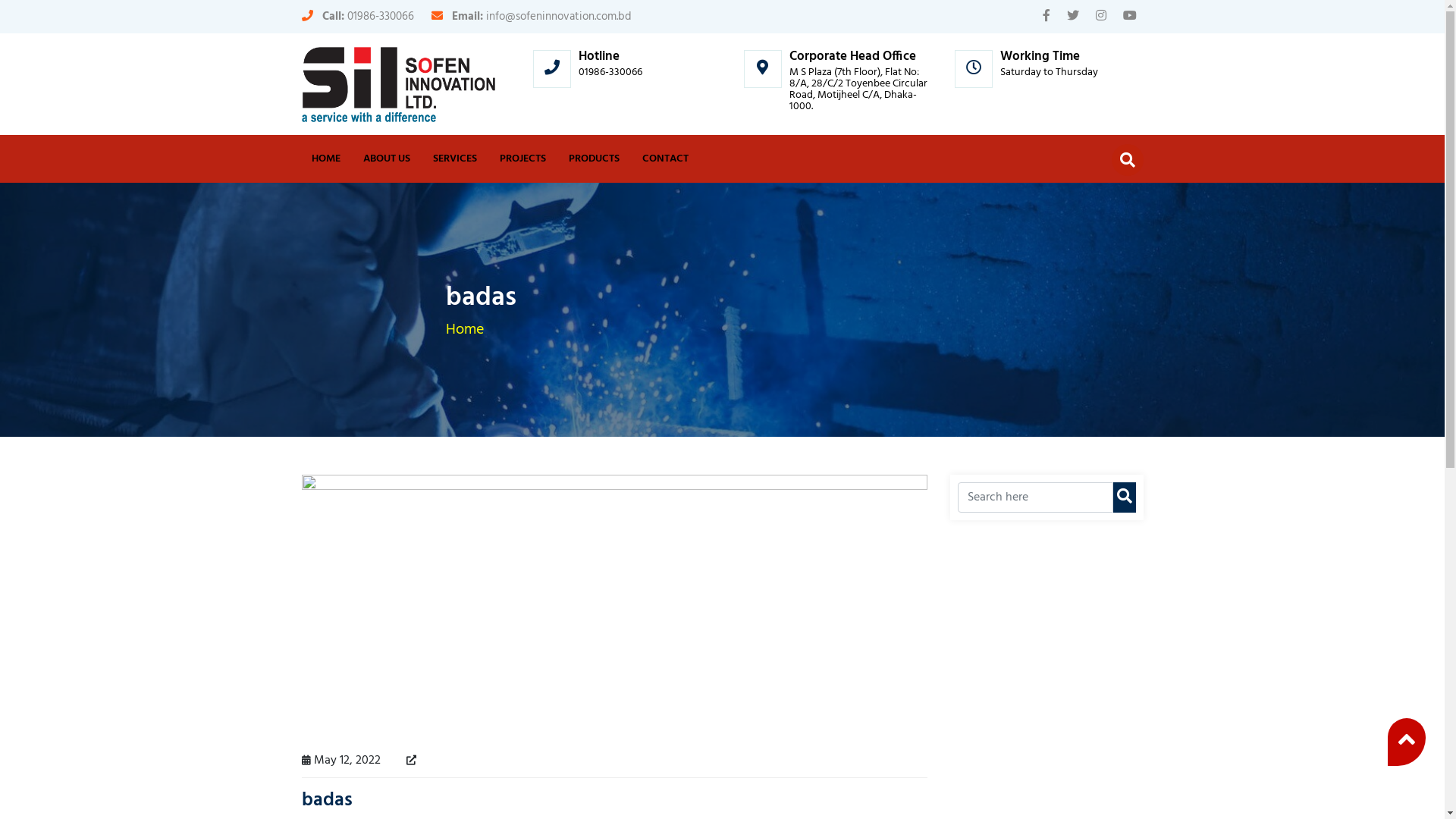 This screenshot has width=1456, height=819. I want to click on 'HOME', so click(325, 158).